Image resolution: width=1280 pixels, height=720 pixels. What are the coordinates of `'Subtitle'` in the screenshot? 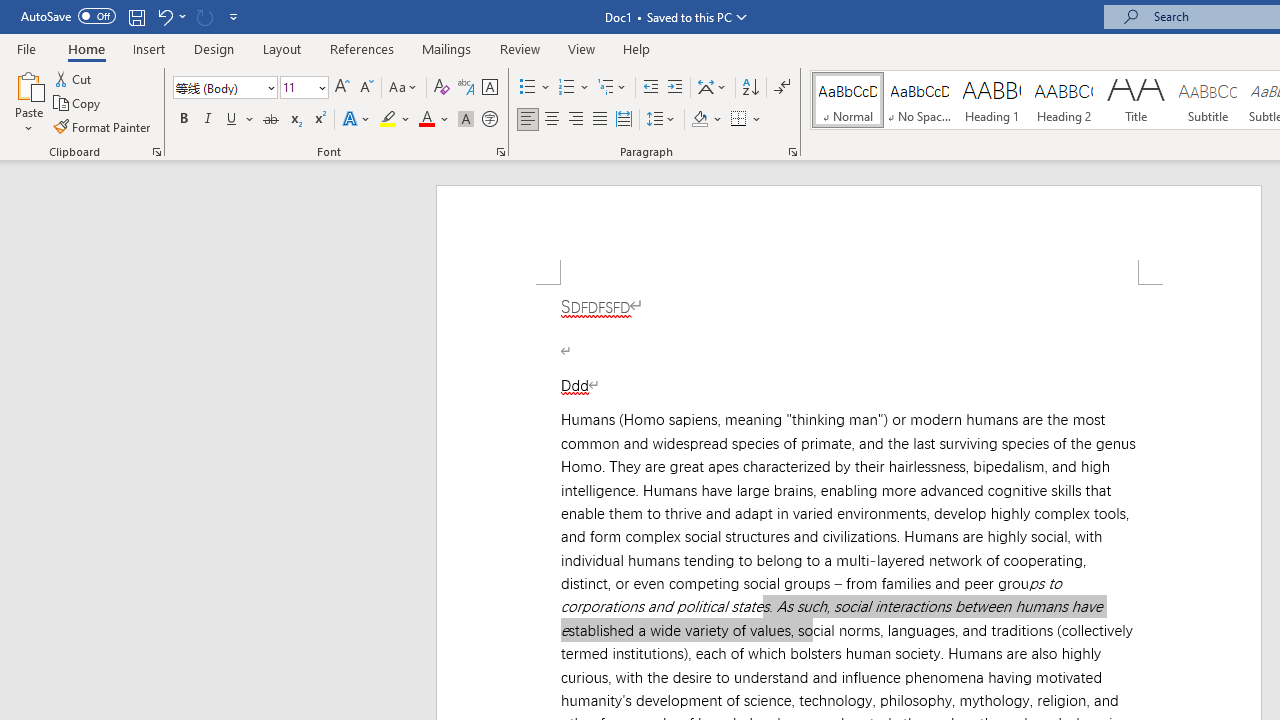 It's located at (1207, 100).